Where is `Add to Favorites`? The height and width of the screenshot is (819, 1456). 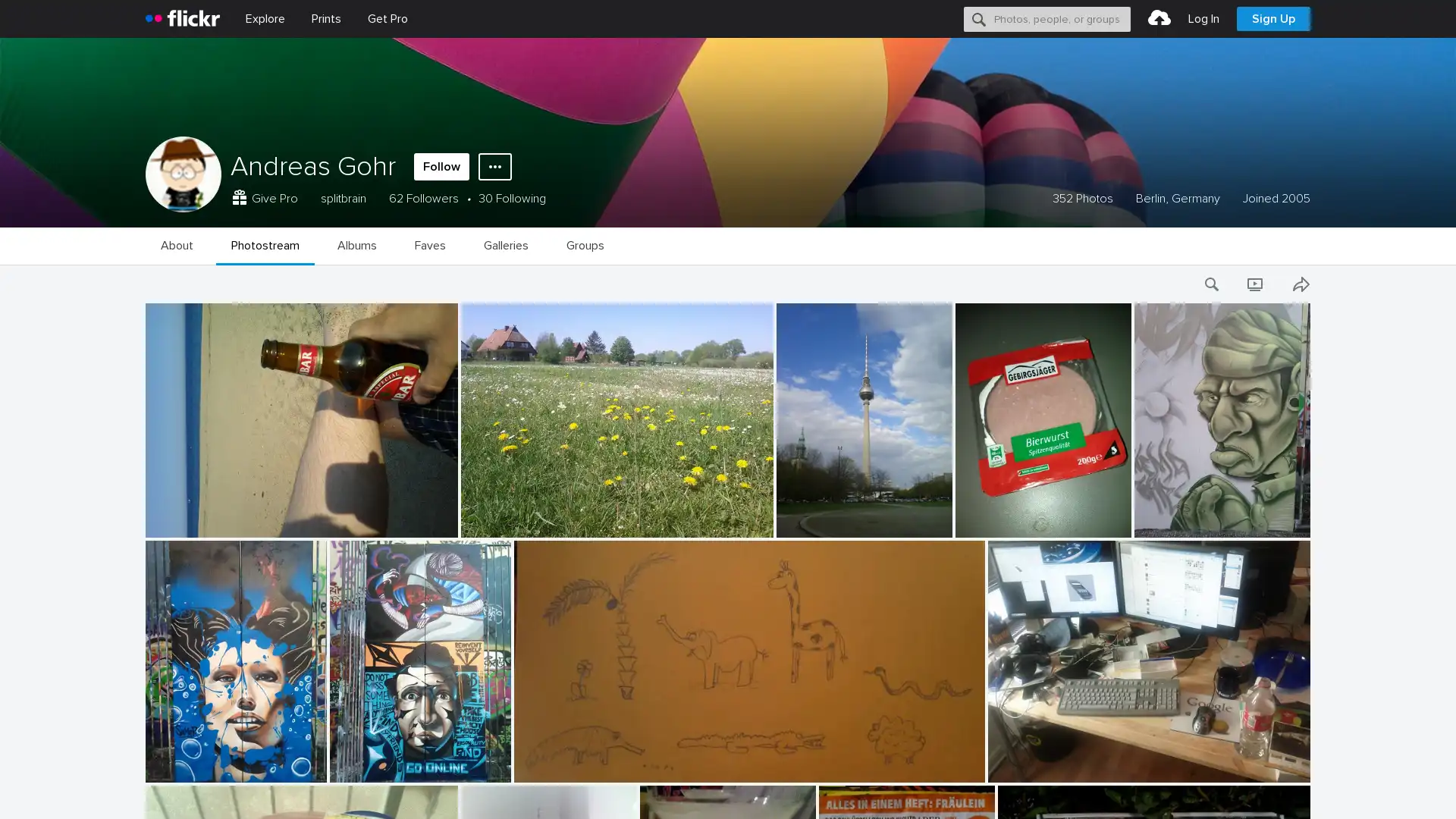 Add to Favorites is located at coordinates (146, 412).